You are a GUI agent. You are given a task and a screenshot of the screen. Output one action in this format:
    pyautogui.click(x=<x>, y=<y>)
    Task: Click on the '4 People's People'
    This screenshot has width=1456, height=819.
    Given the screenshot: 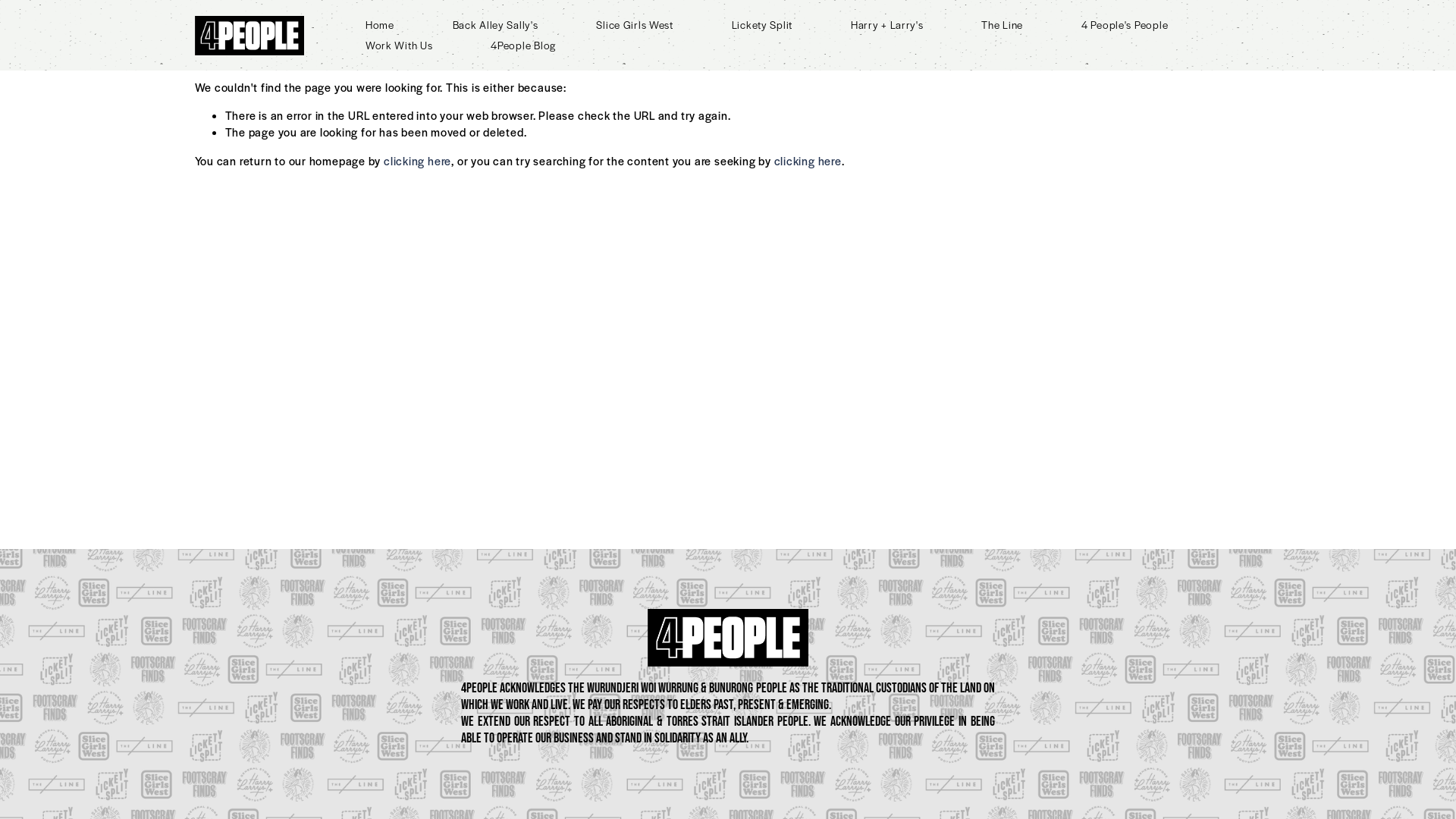 What is the action you would take?
    pyautogui.click(x=1080, y=24)
    